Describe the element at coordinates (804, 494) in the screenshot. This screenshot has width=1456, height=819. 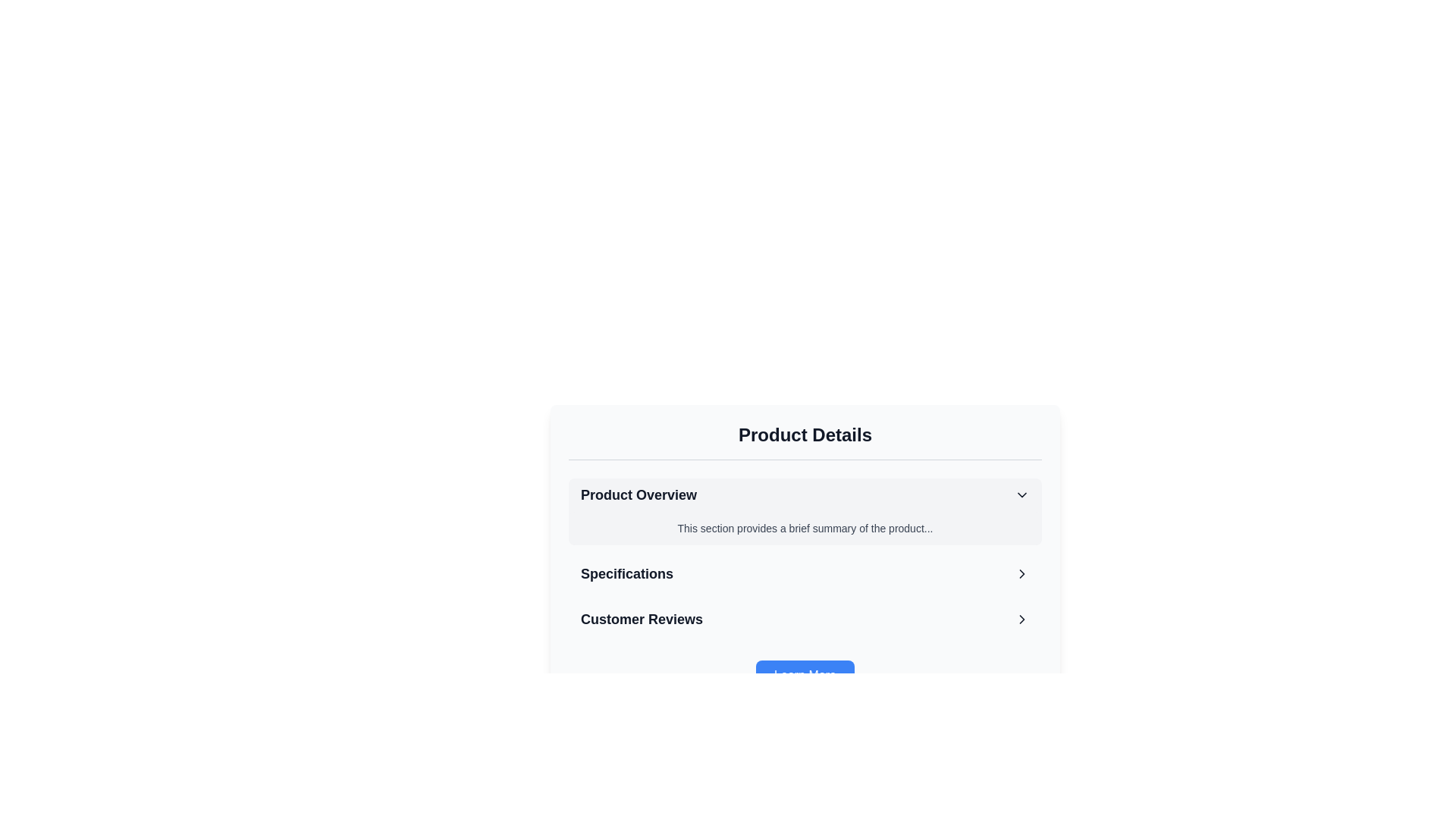
I see `the top-most interactive list item labeled 'Product Overview'` at that location.